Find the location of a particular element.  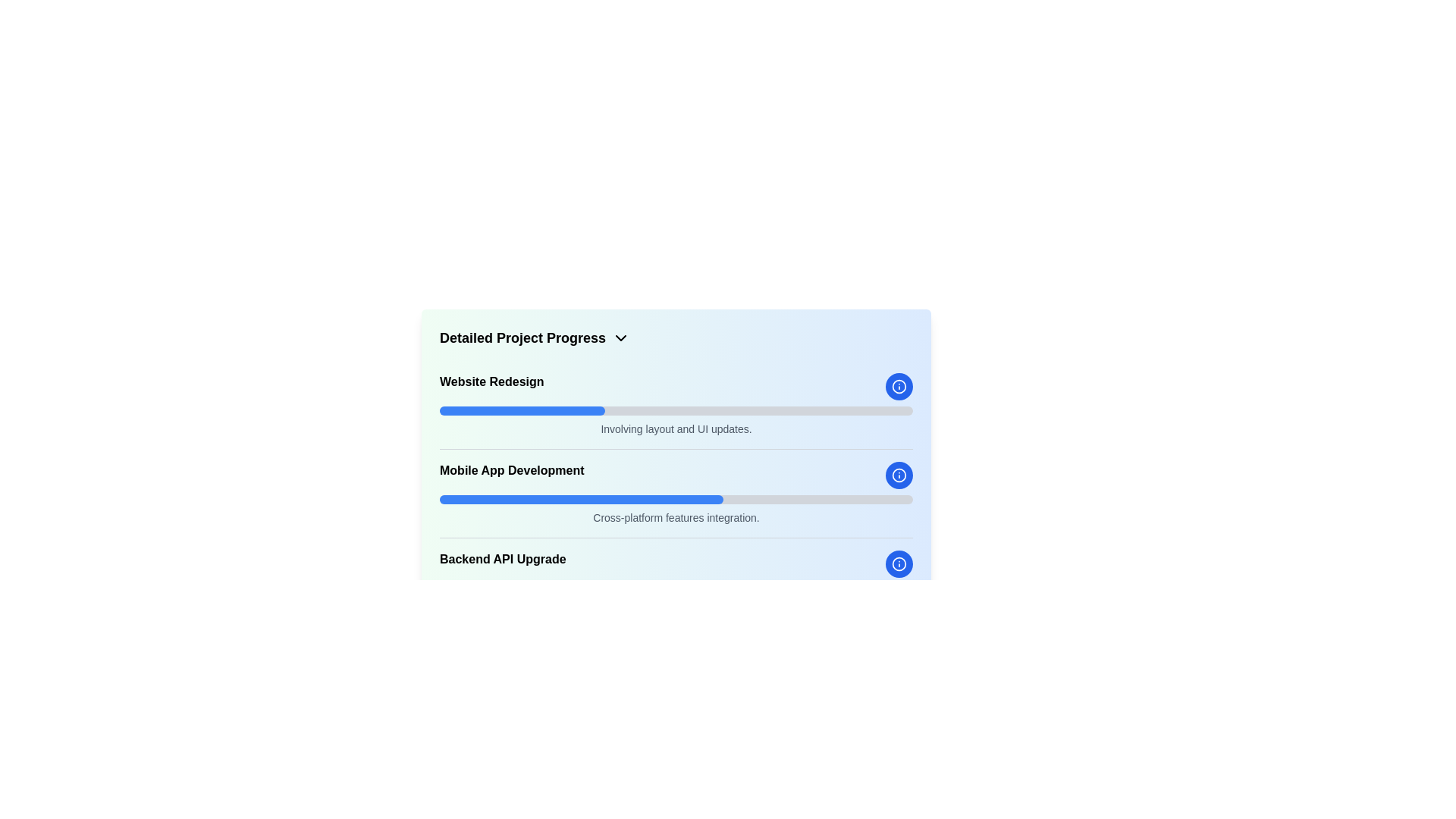

the small chevron-down icon next to the text 'Detailed Project Progress' is located at coordinates (621, 337).